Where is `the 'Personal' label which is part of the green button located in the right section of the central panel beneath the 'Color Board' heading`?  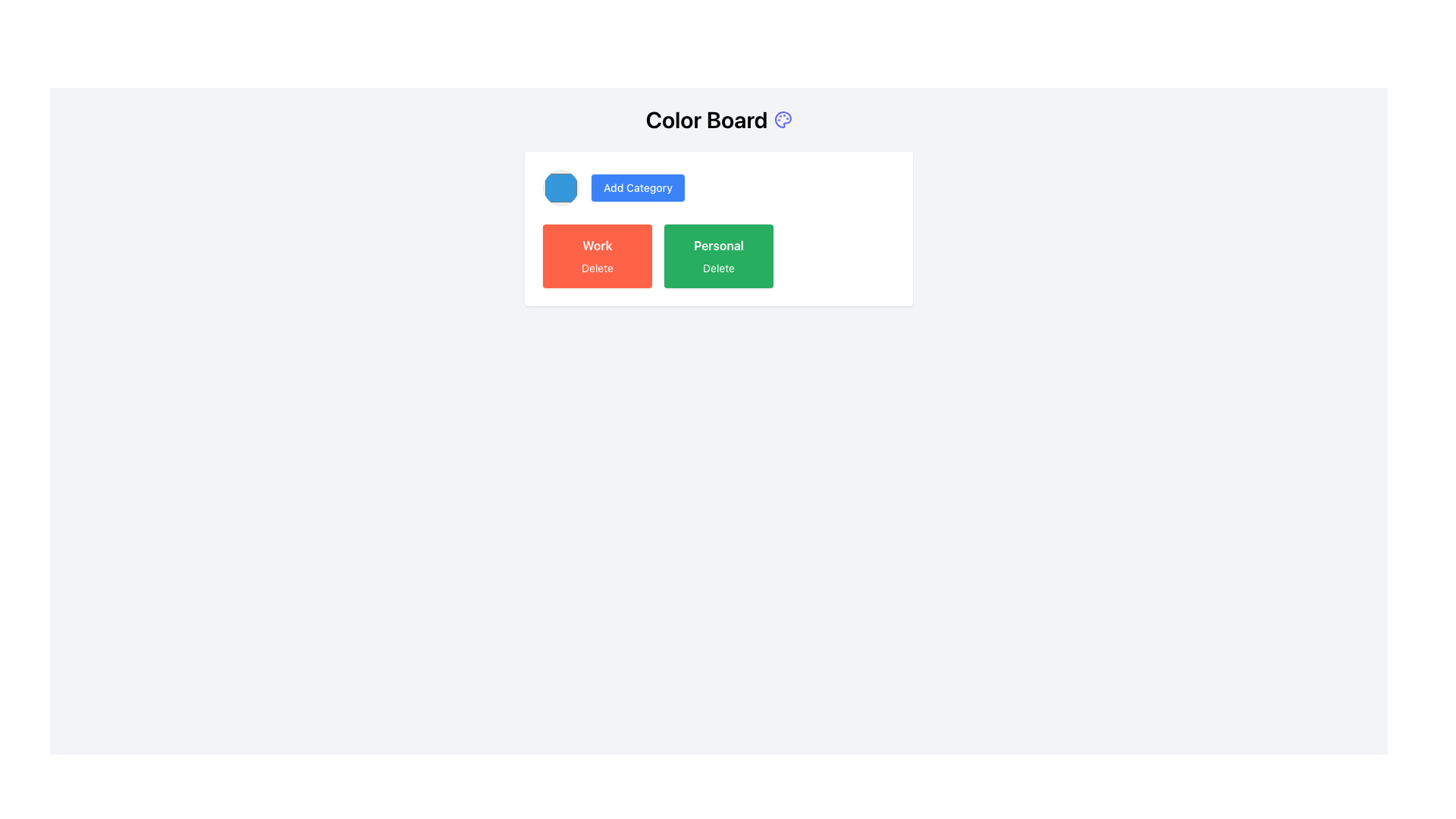 the 'Personal' label which is part of the green button located in the right section of the central panel beneath the 'Color Board' heading is located at coordinates (718, 245).